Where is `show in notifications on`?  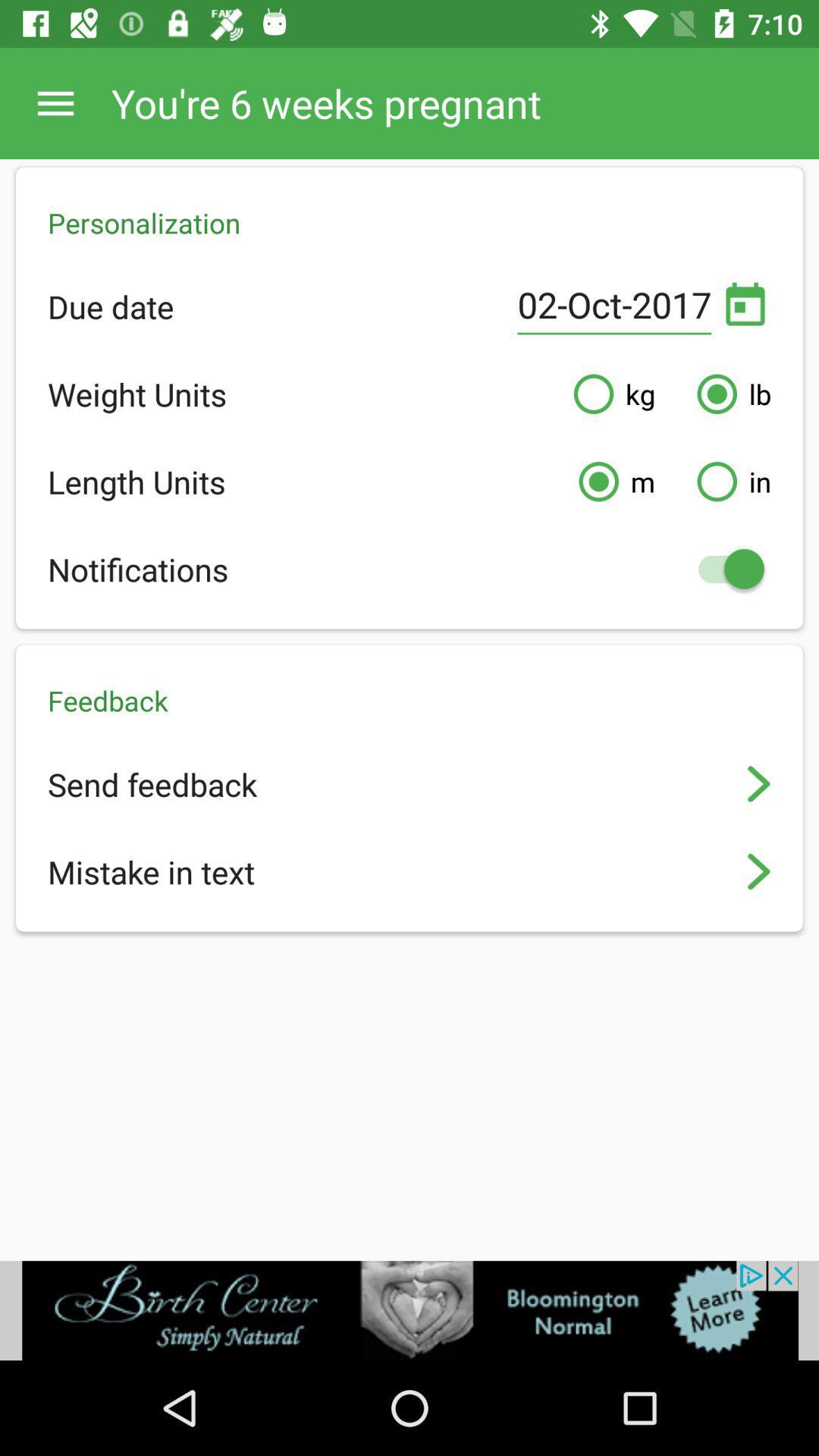 show in notifications on is located at coordinates (723, 568).